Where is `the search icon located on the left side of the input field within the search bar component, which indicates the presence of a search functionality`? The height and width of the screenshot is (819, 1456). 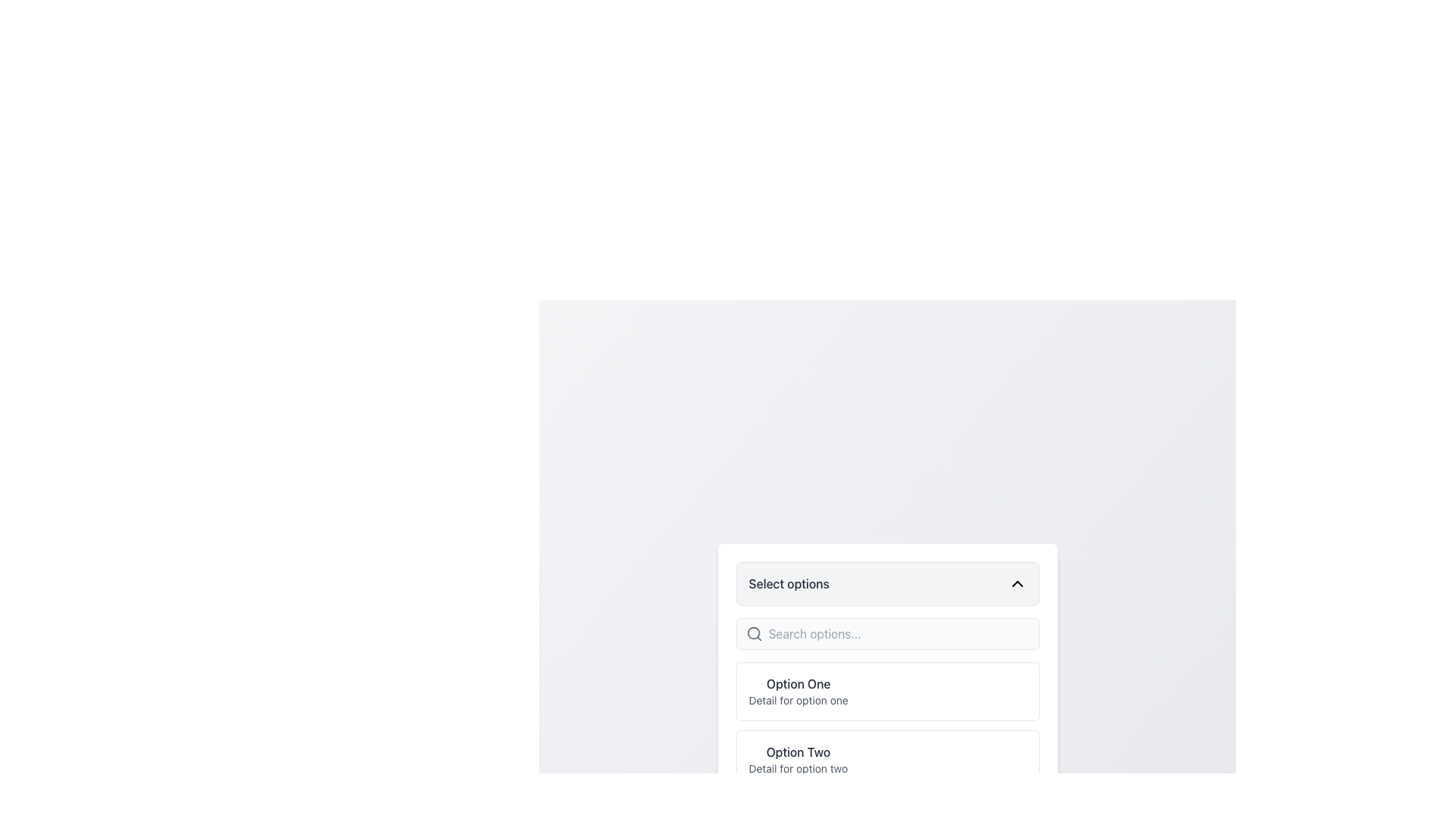 the search icon located on the left side of the input field within the search bar component, which indicates the presence of a search functionality is located at coordinates (754, 634).